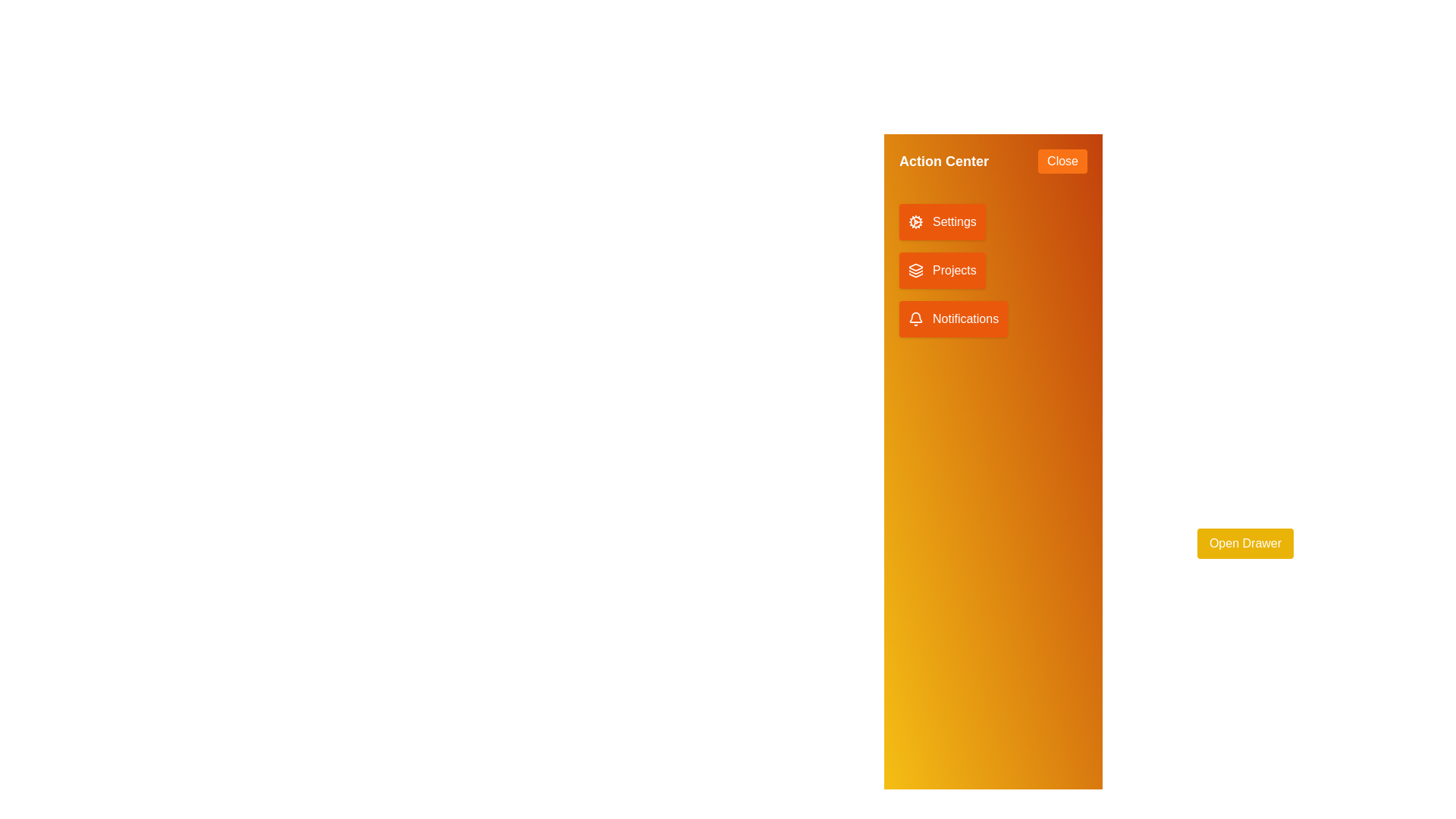 This screenshot has height=819, width=1456. I want to click on 'Close' button to hide the drawer, so click(1062, 161).